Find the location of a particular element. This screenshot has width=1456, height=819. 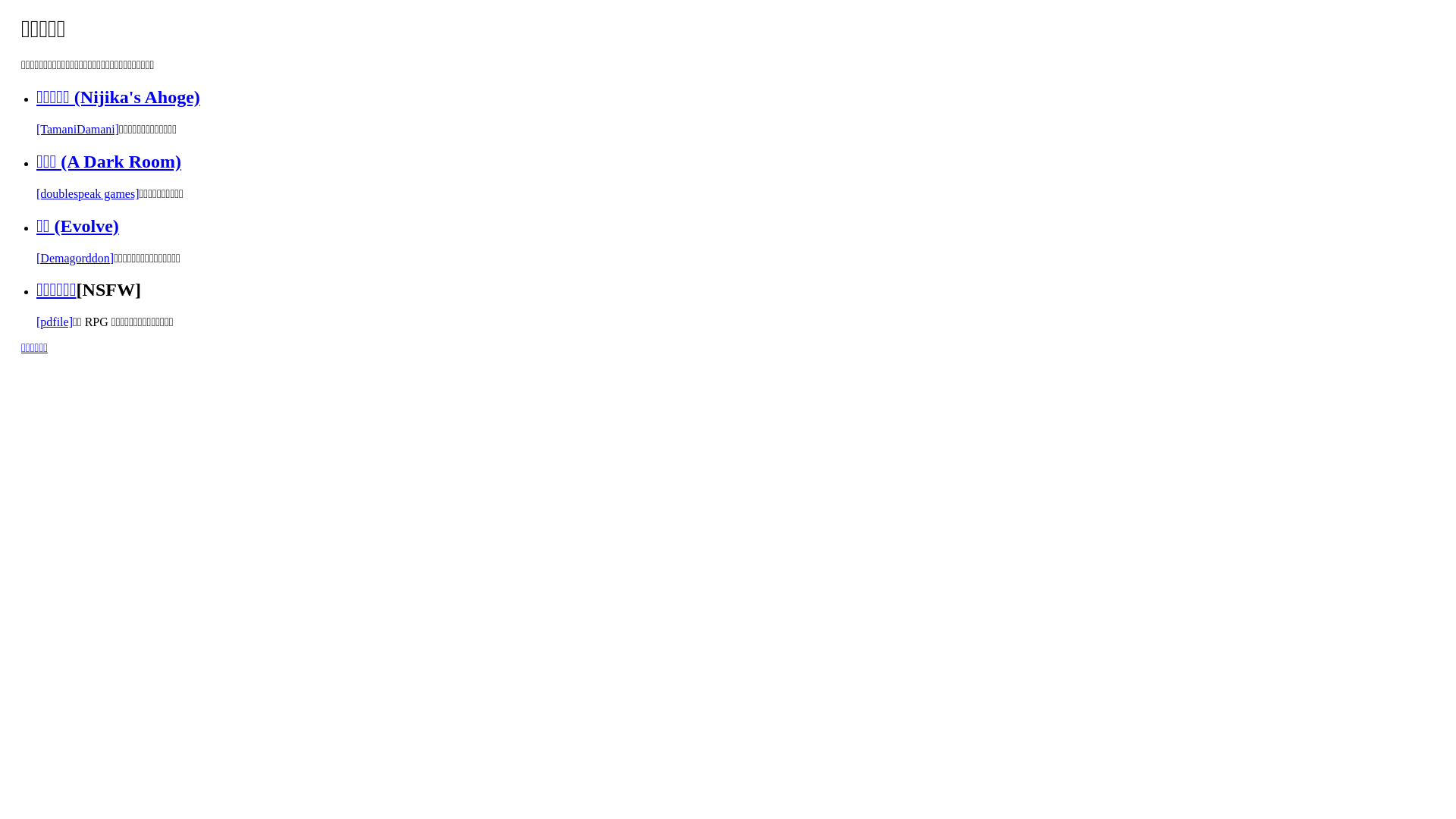

'[doublespeak games]' is located at coordinates (86, 193).